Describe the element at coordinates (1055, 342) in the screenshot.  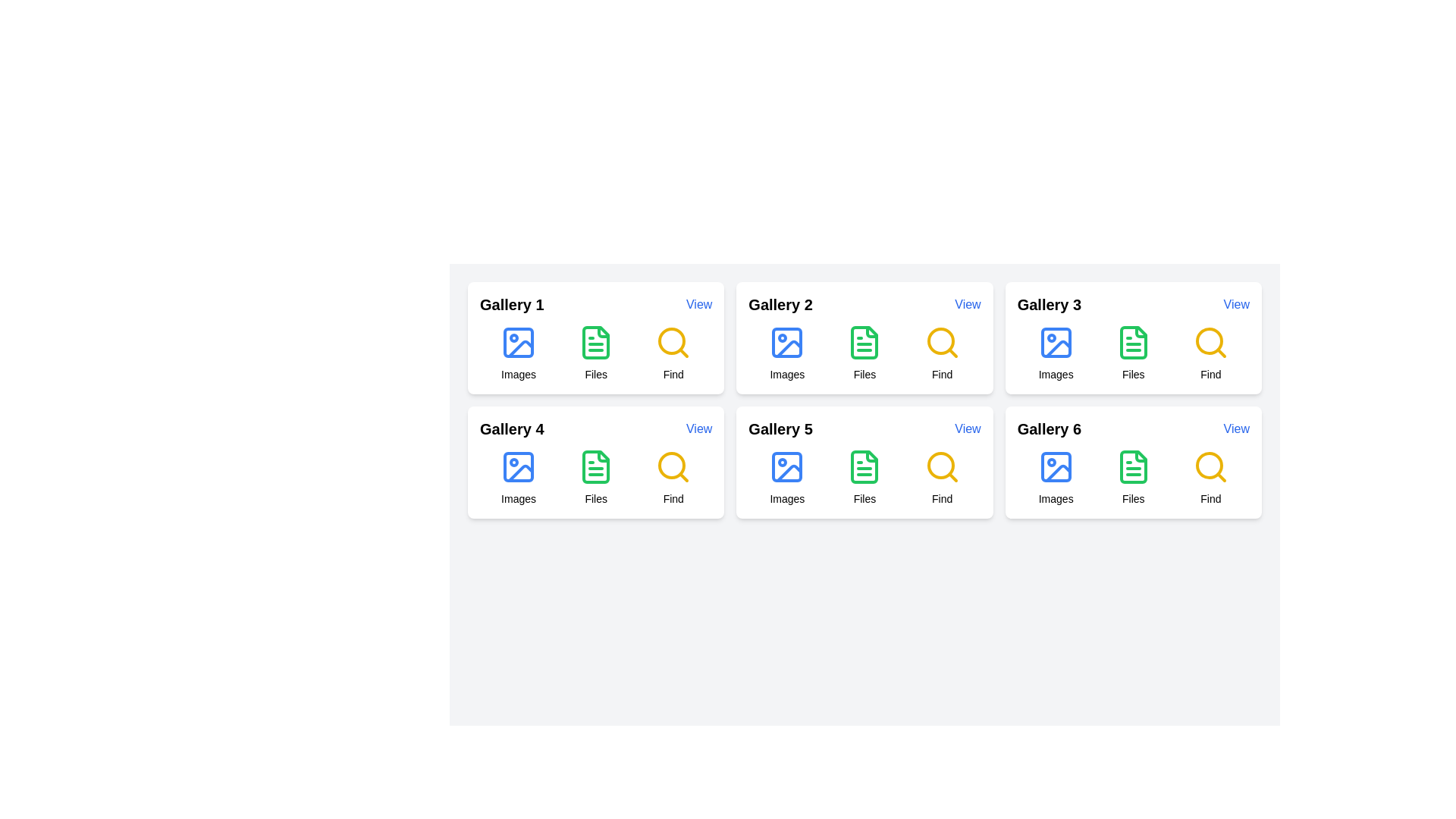
I see `the icon component located at the bottom-center of the 'Gallery 3' card, which is part of an image icon within an SVG group` at that location.